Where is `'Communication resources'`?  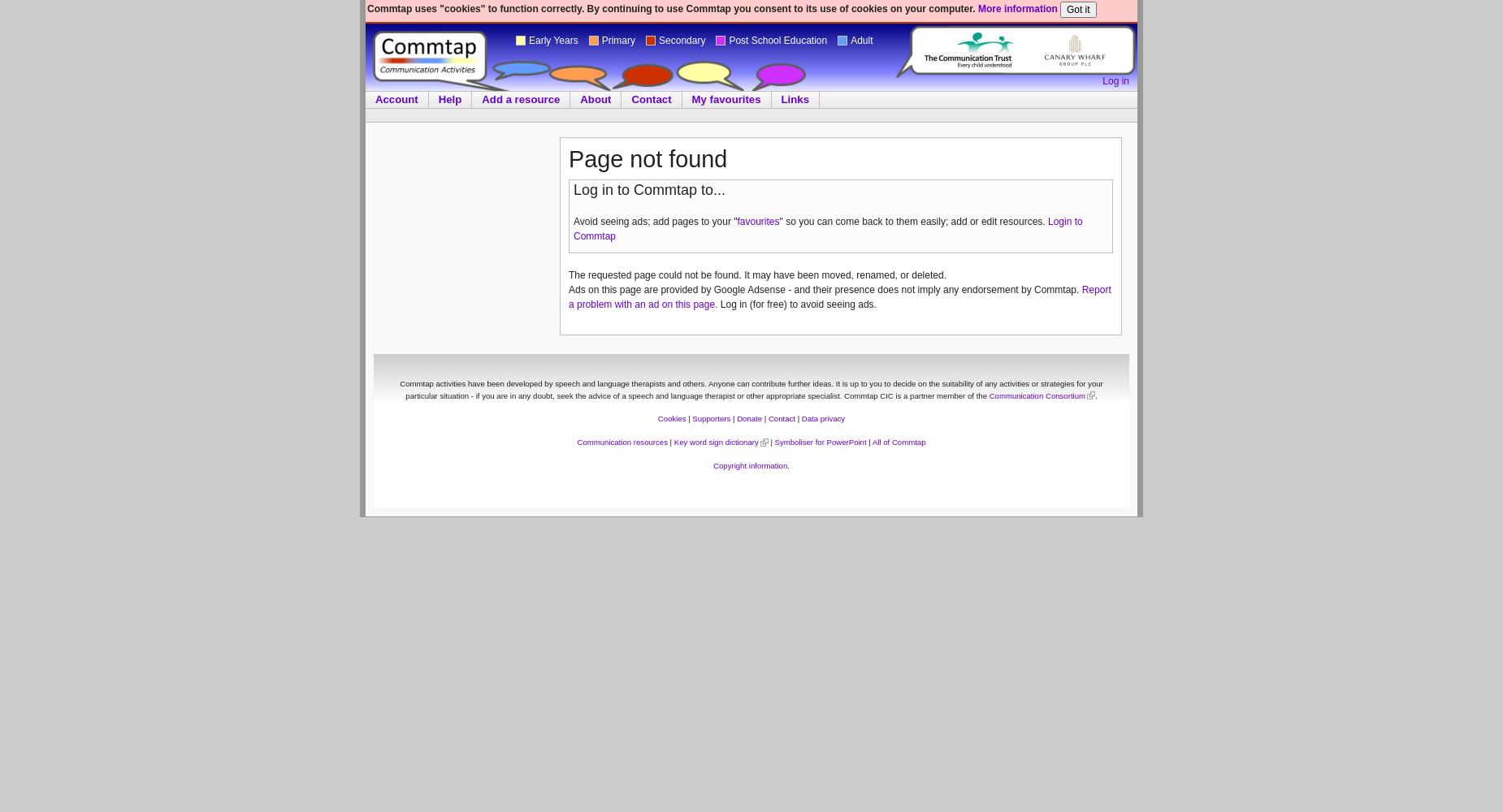
'Communication resources' is located at coordinates (622, 442).